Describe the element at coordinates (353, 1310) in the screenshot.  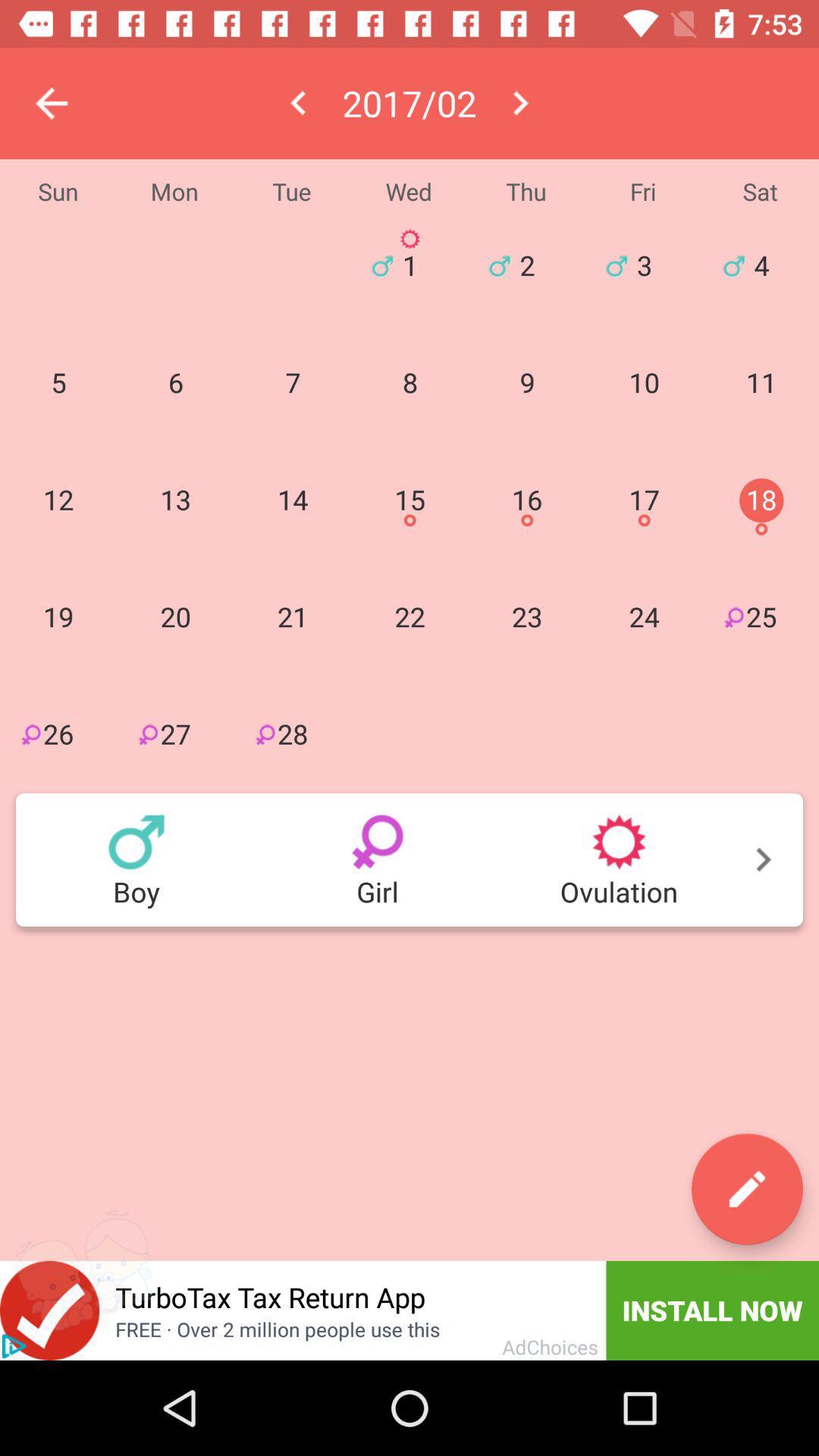
I see `the article turbo tax return app` at that location.